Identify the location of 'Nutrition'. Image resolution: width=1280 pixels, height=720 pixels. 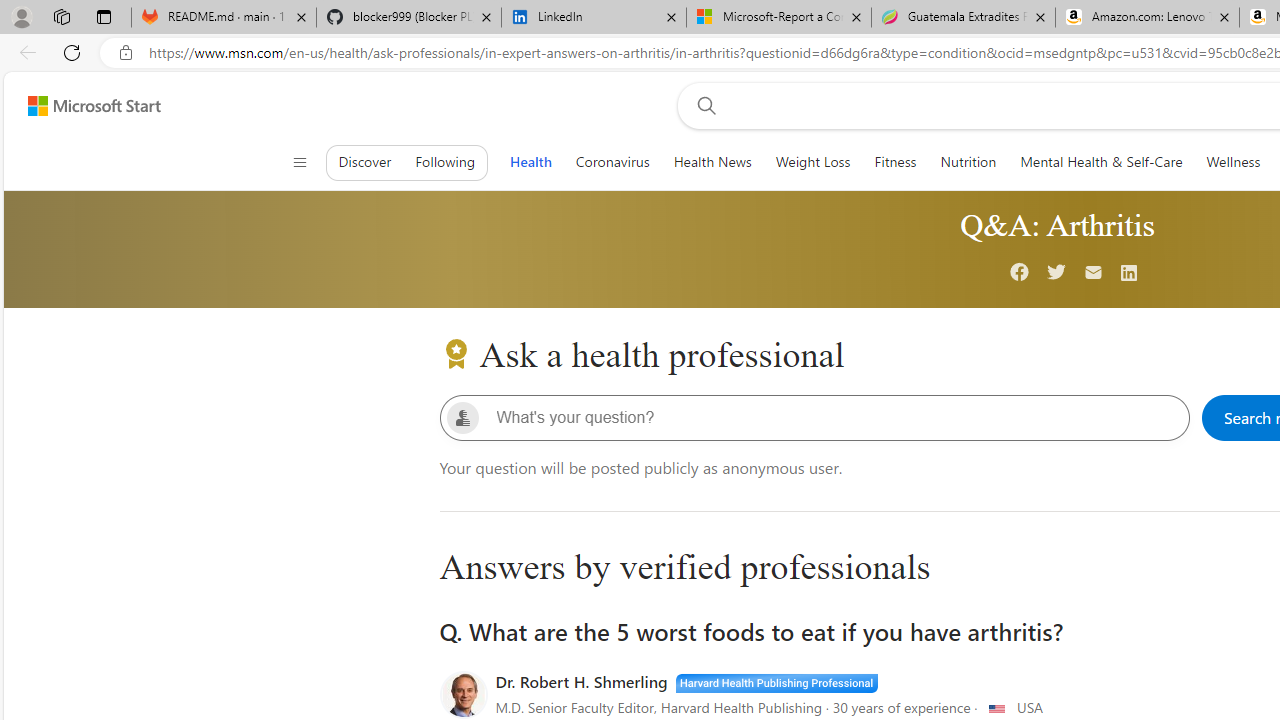
(968, 161).